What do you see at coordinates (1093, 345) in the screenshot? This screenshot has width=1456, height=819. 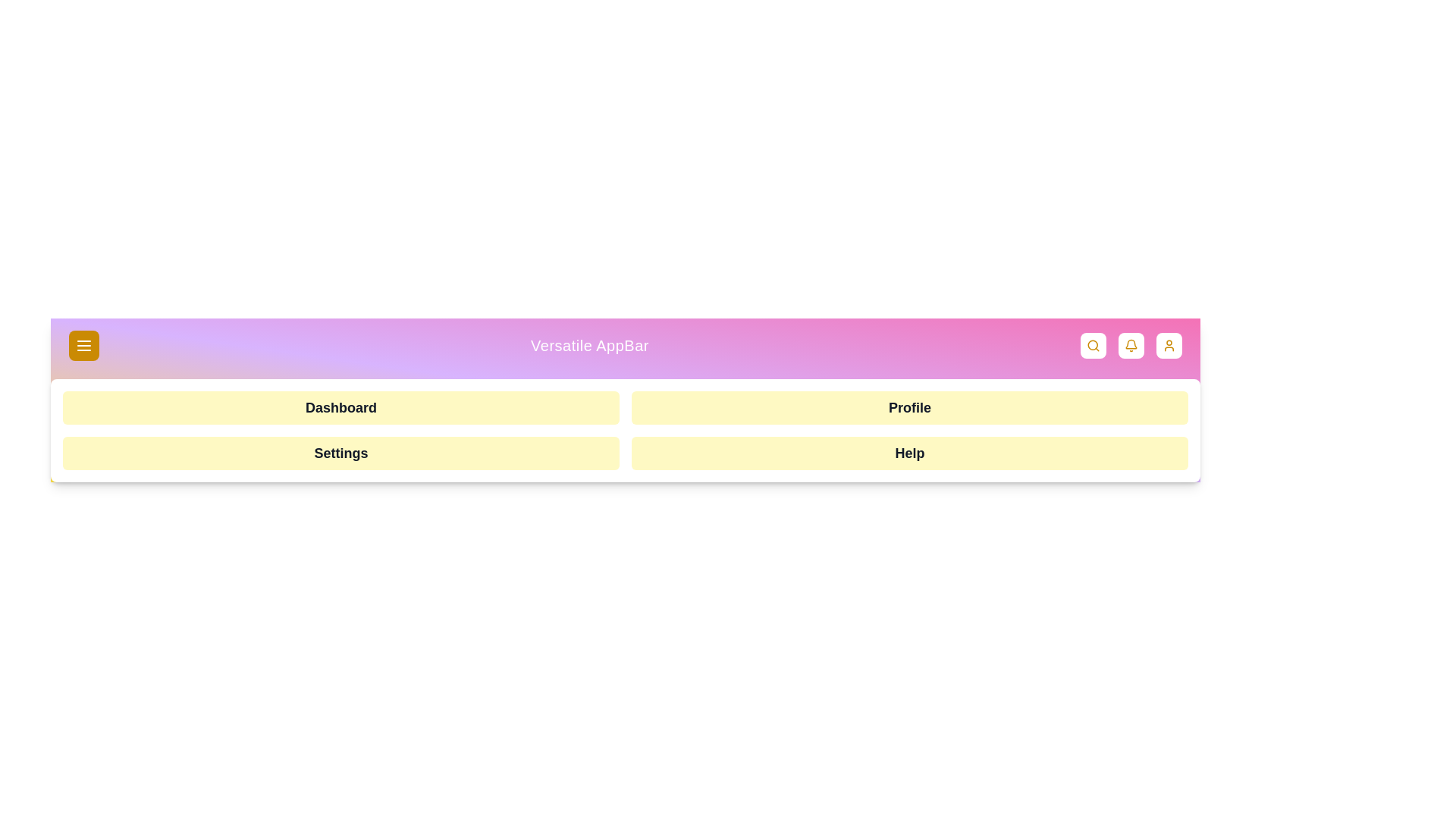 I see `the search button in the top-right corner of the app bar` at bounding box center [1093, 345].